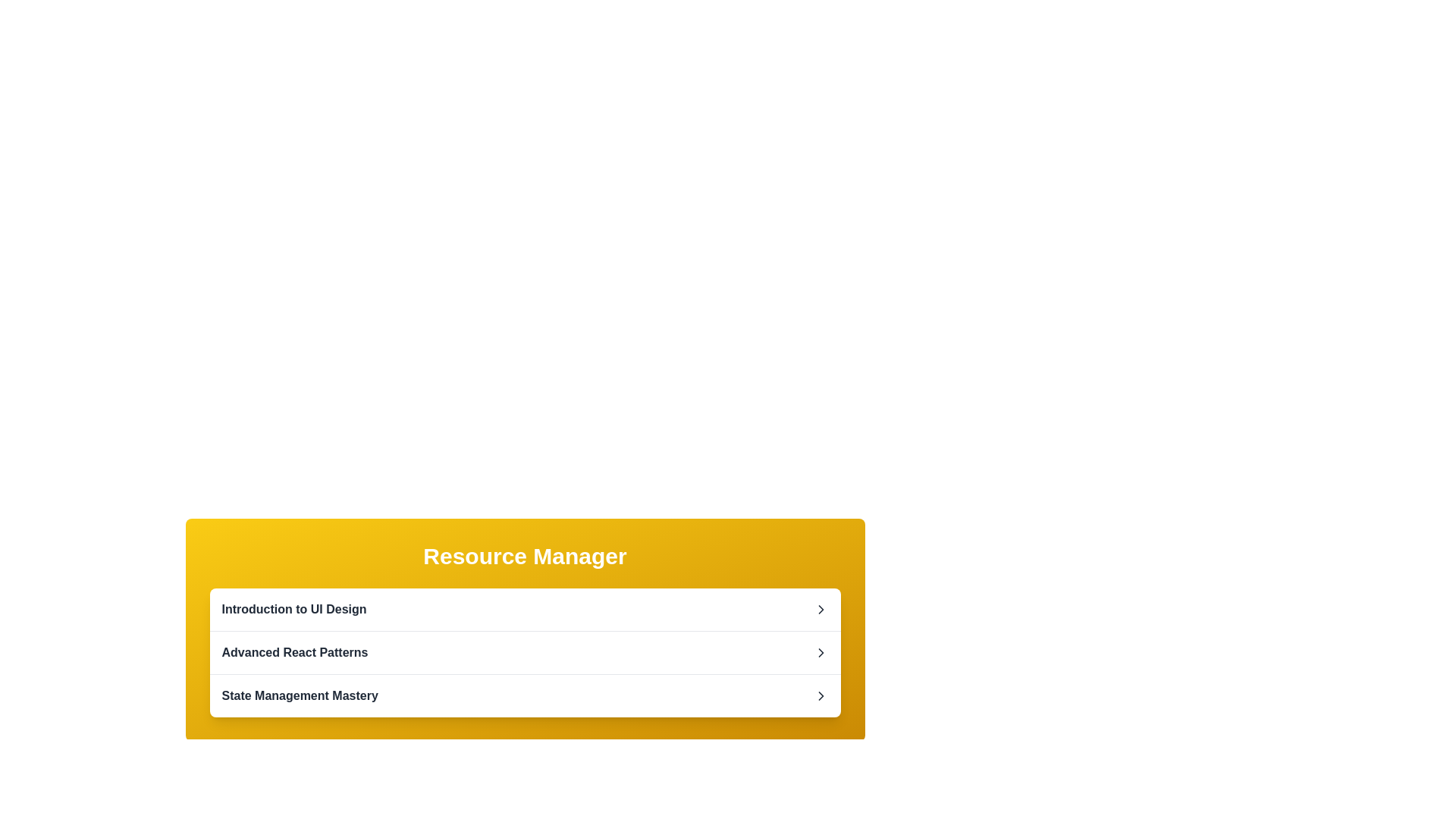 The image size is (1456, 819). Describe the element at coordinates (525, 608) in the screenshot. I see `the 'Introduction to UI Design' button, which is the first item in the list below 'Resource Manager'` at that location.